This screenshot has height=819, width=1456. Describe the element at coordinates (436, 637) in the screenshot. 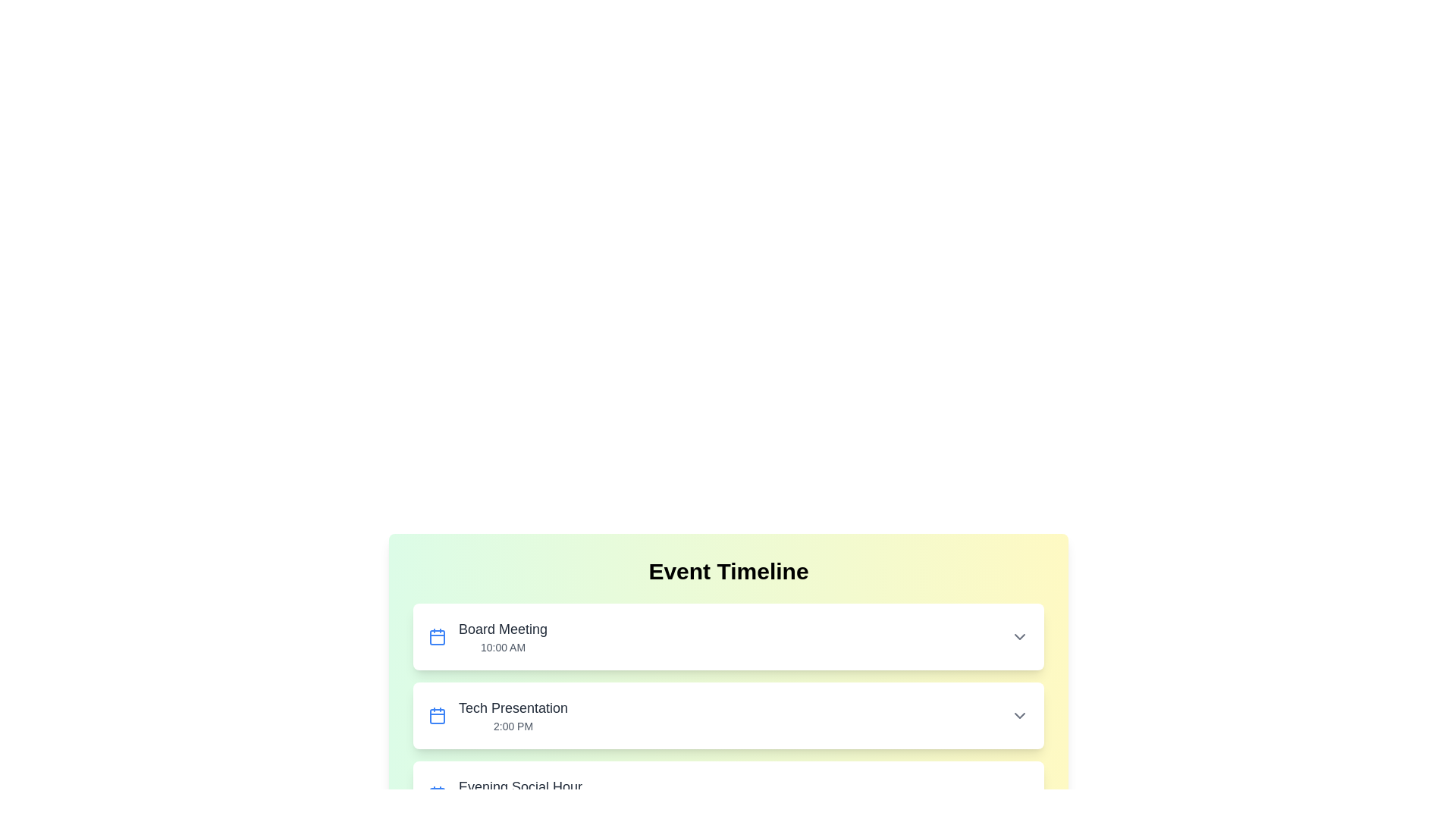

I see `the central rectangle component within the calendar icon that has a blue outline` at that location.